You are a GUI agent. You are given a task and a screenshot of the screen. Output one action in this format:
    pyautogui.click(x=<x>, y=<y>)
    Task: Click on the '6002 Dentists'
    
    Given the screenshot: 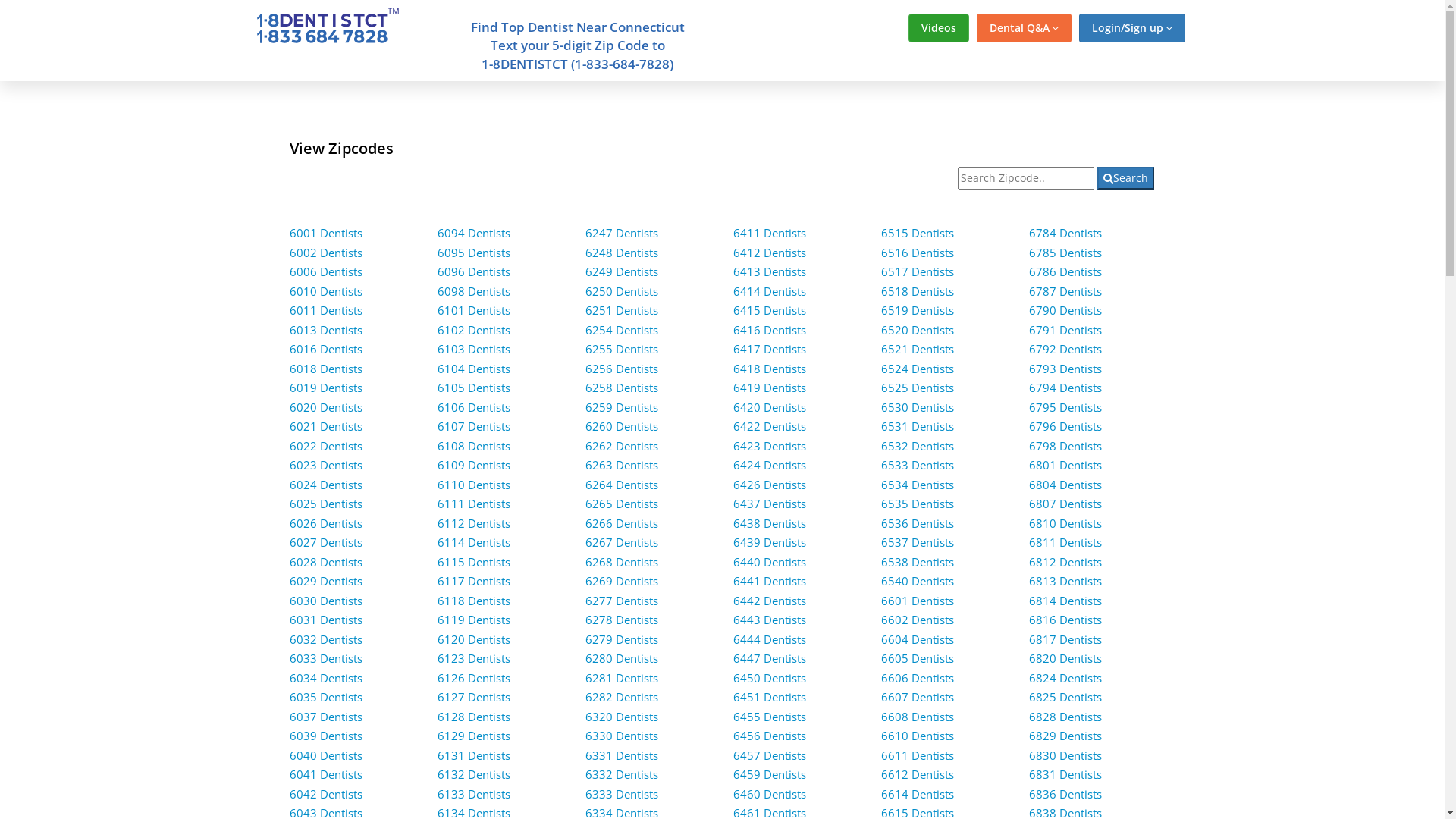 What is the action you would take?
    pyautogui.click(x=290, y=251)
    